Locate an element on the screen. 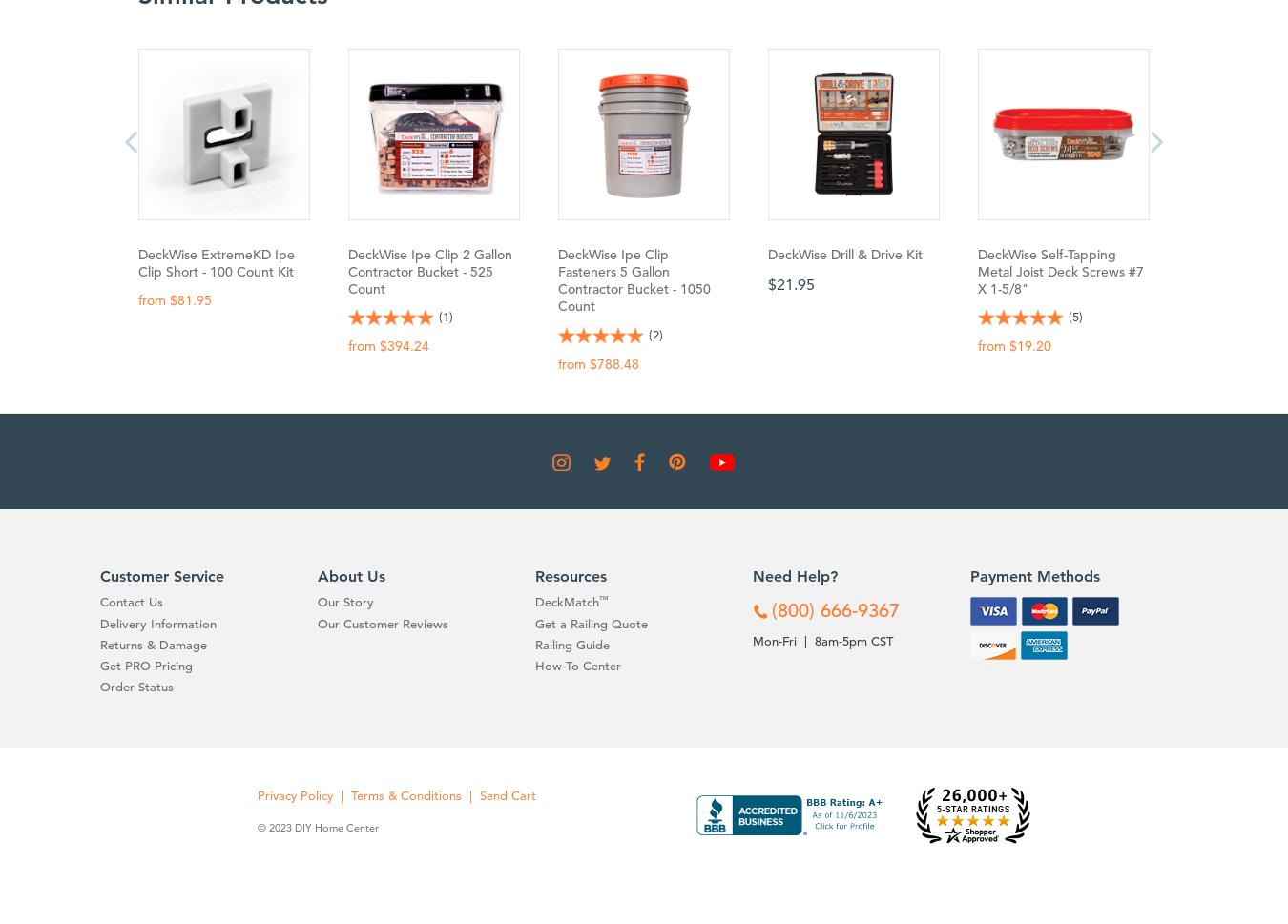 The height and width of the screenshot is (924, 1288). 'Customer Service' is located at coordinates (99, 575).